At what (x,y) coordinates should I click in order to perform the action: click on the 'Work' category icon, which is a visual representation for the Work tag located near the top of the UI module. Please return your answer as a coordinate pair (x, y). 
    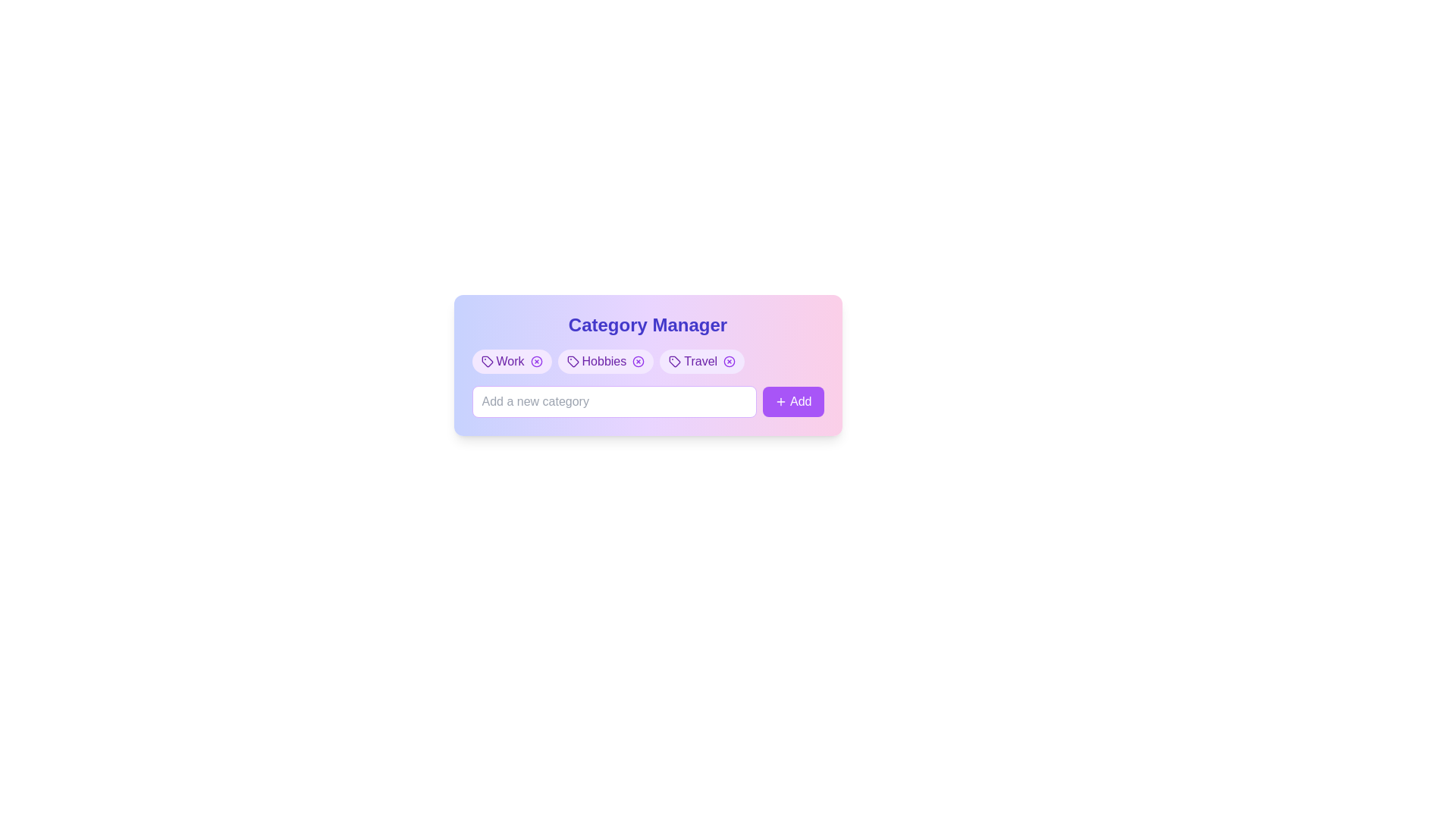
    Looking at the image, I should click on (487, 362).